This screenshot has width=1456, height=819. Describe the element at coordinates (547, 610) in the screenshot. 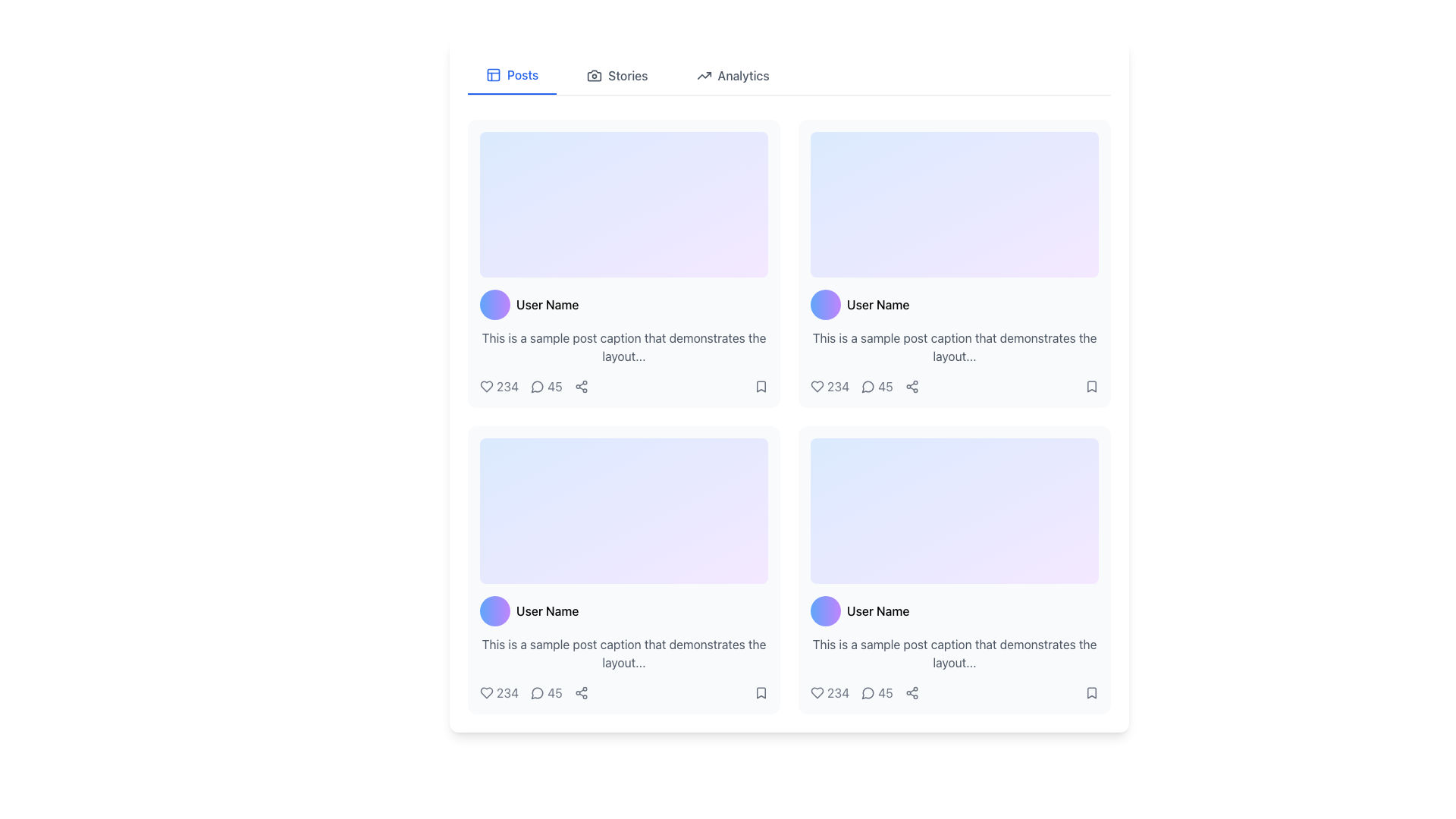

I see `text content of the 'User Name' label, which is a medium font weight text styled in black, located to the right of a circular gradient-colored avatar icon` at that location.